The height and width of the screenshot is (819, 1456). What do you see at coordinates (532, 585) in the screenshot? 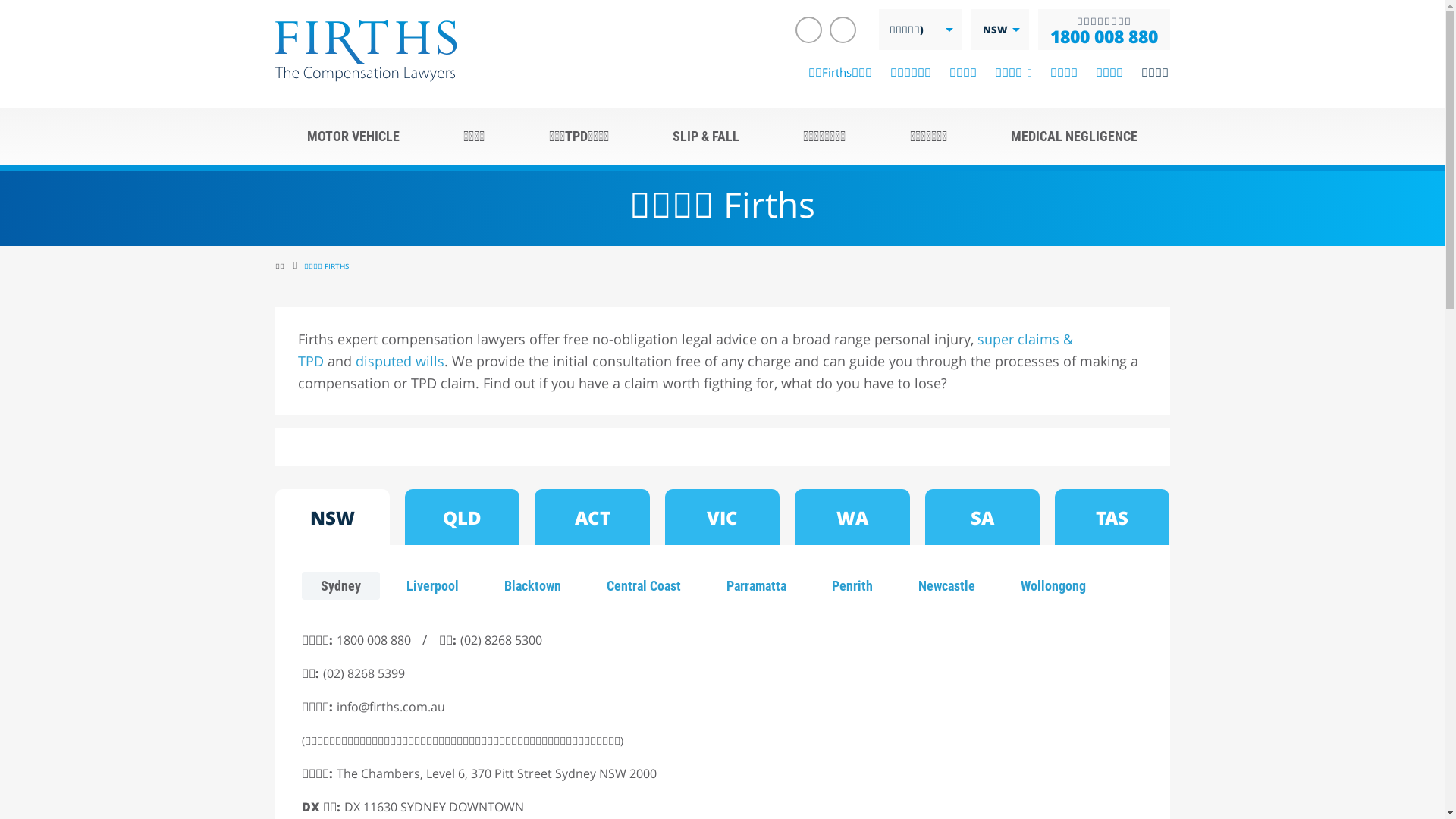
I see `'Blacktown'` at bounding box center [532, 585].